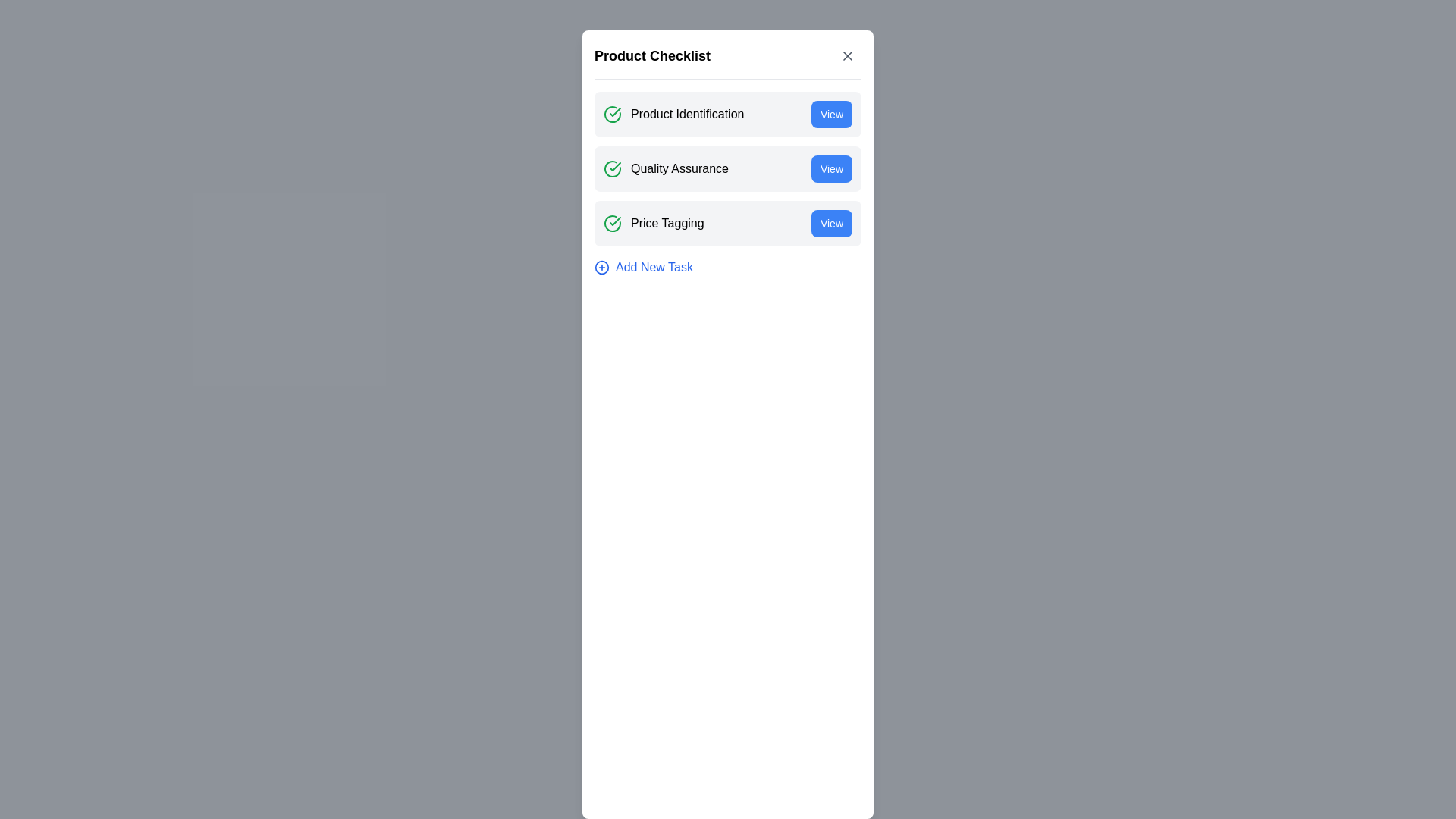 The width and height of the screenshot is (1456, 819). What do you see at coordinates (830, 113) in the screenshot?
I see `the 'View' button located to the right of the 'Product Identification' text` at bounding box center [830, 113].